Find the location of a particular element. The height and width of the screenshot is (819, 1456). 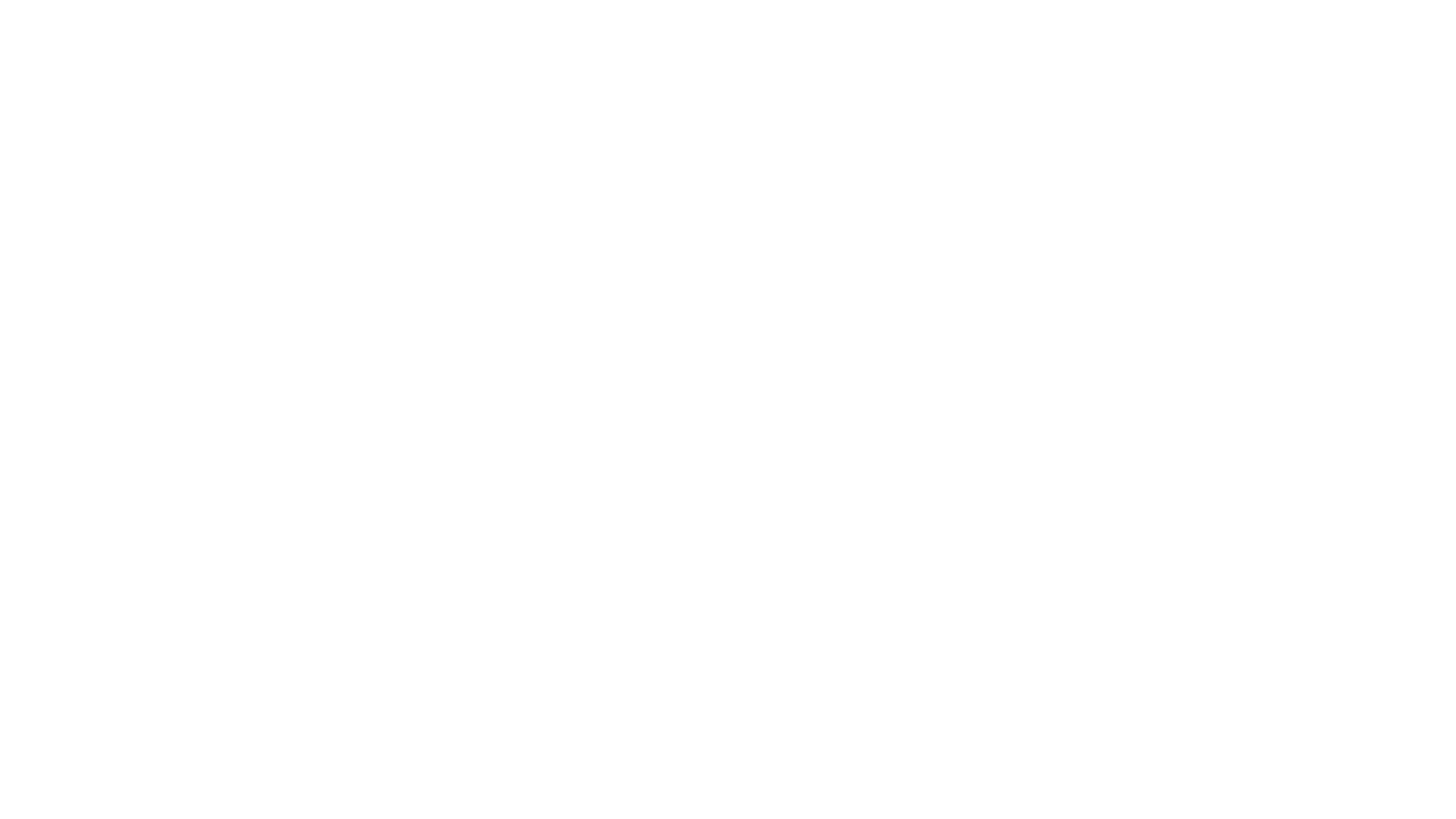

Meta Quest is located at coordinates (617, 54).